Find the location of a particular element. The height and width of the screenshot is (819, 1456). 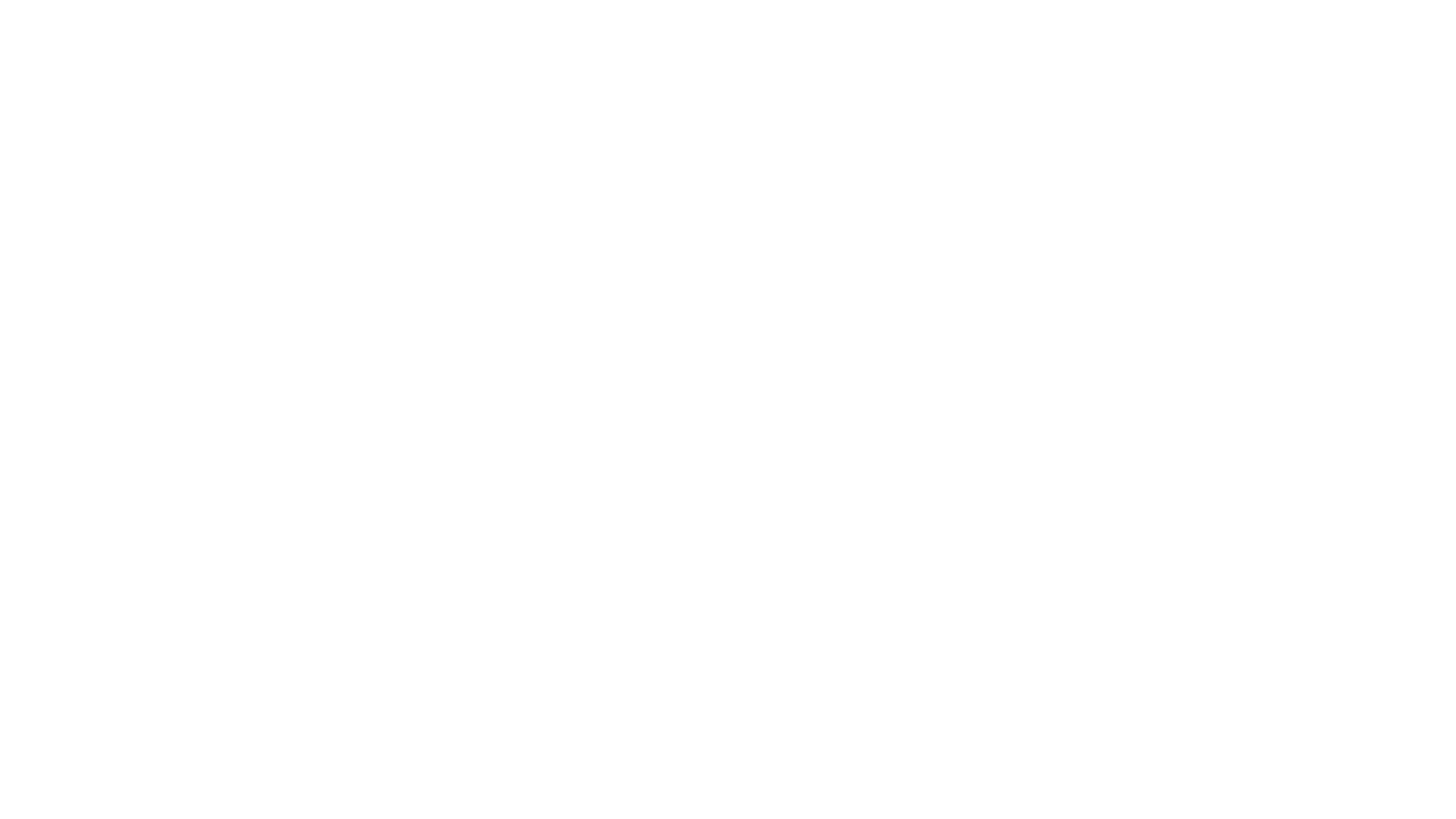

Meta Quest is located at coordinates (617, 54).